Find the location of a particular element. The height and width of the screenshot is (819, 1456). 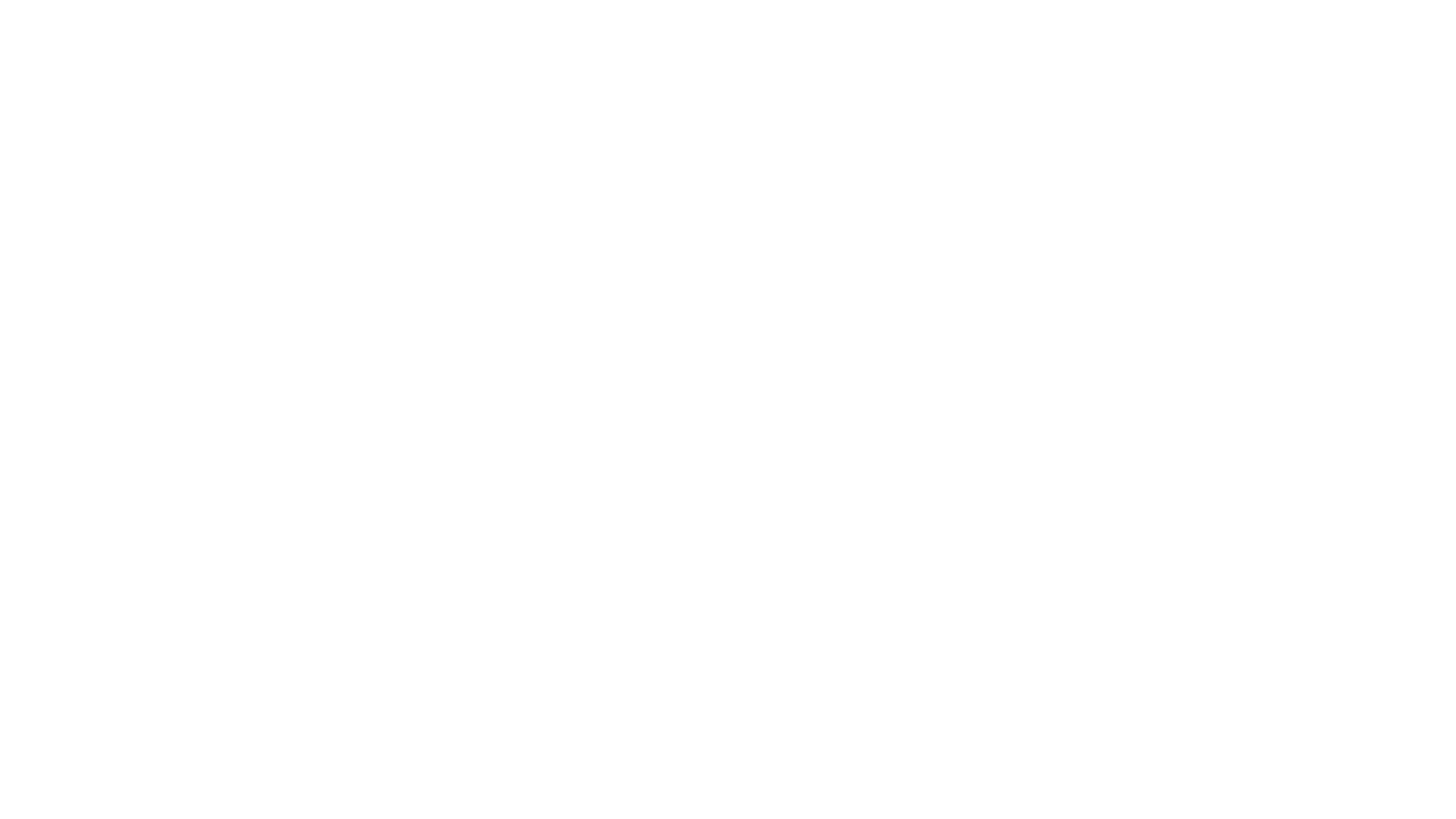

Meta Quest is located at coordinates (617, 54).